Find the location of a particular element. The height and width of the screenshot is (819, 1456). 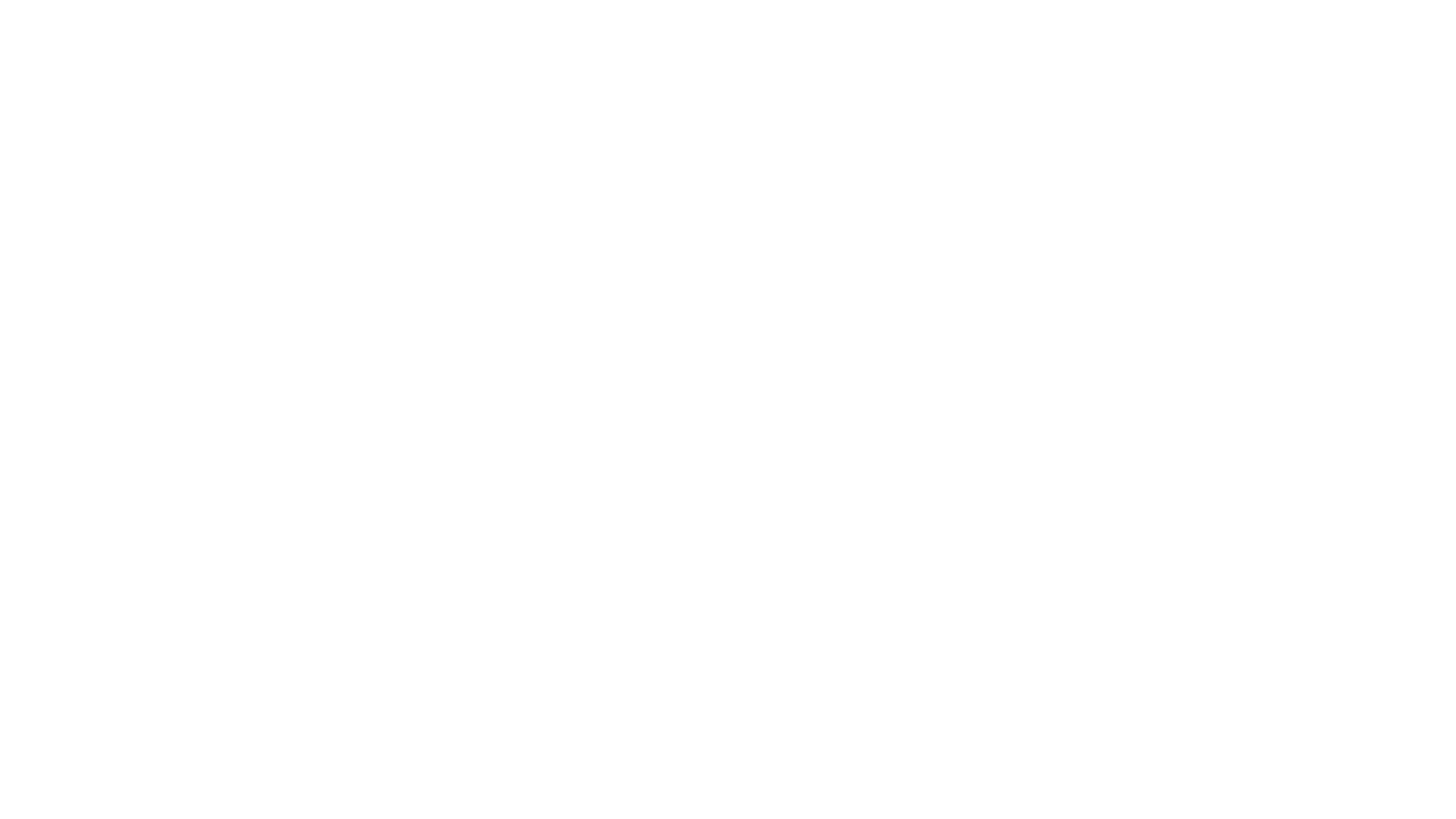

Meta Quest is located at coordinates (617, 54).